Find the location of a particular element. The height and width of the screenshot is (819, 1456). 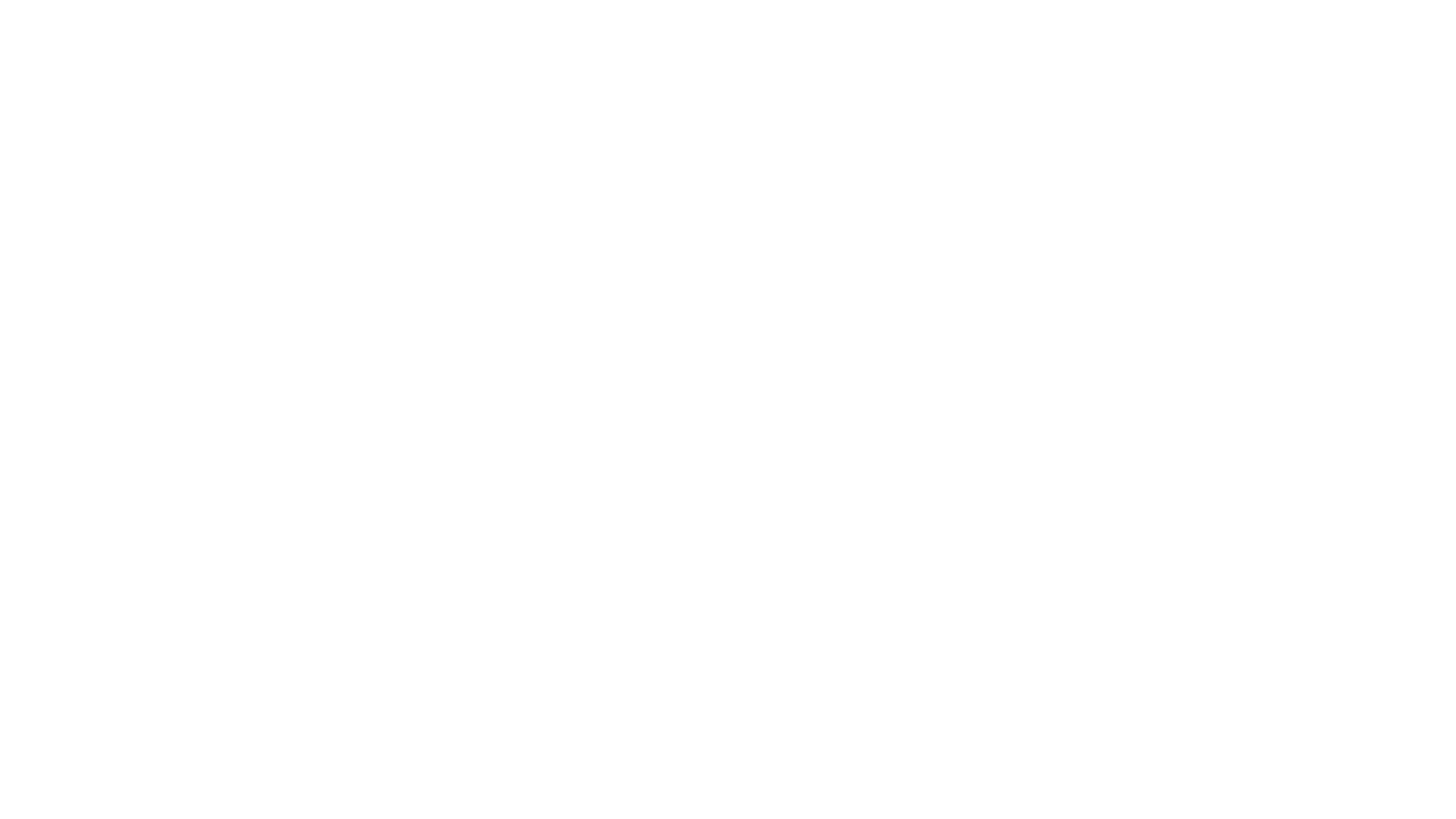

Meta Quest is located at coordinates (617, 54).